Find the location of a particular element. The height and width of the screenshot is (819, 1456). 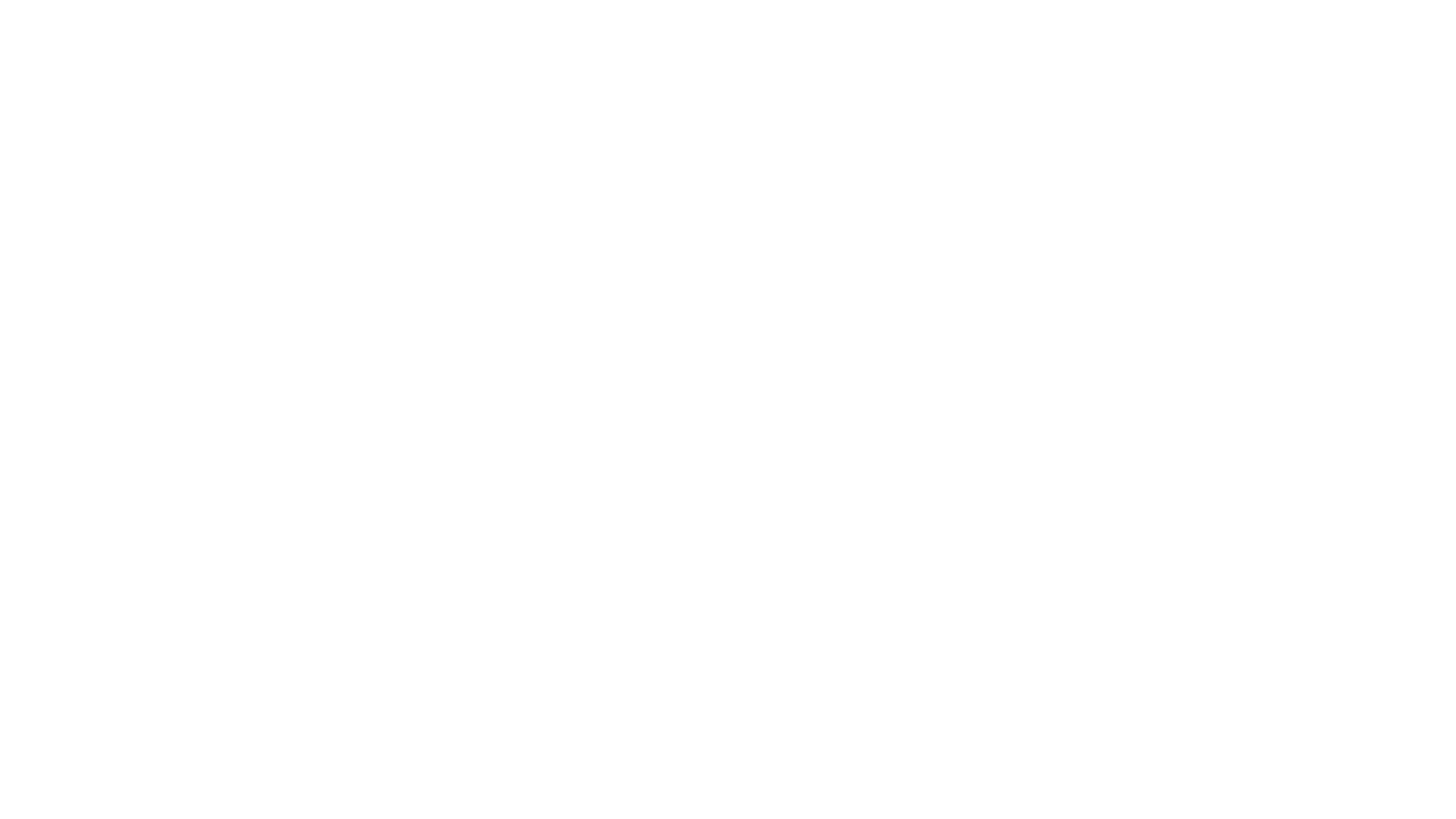

Meta Quest is located at coordinates (617, 54).